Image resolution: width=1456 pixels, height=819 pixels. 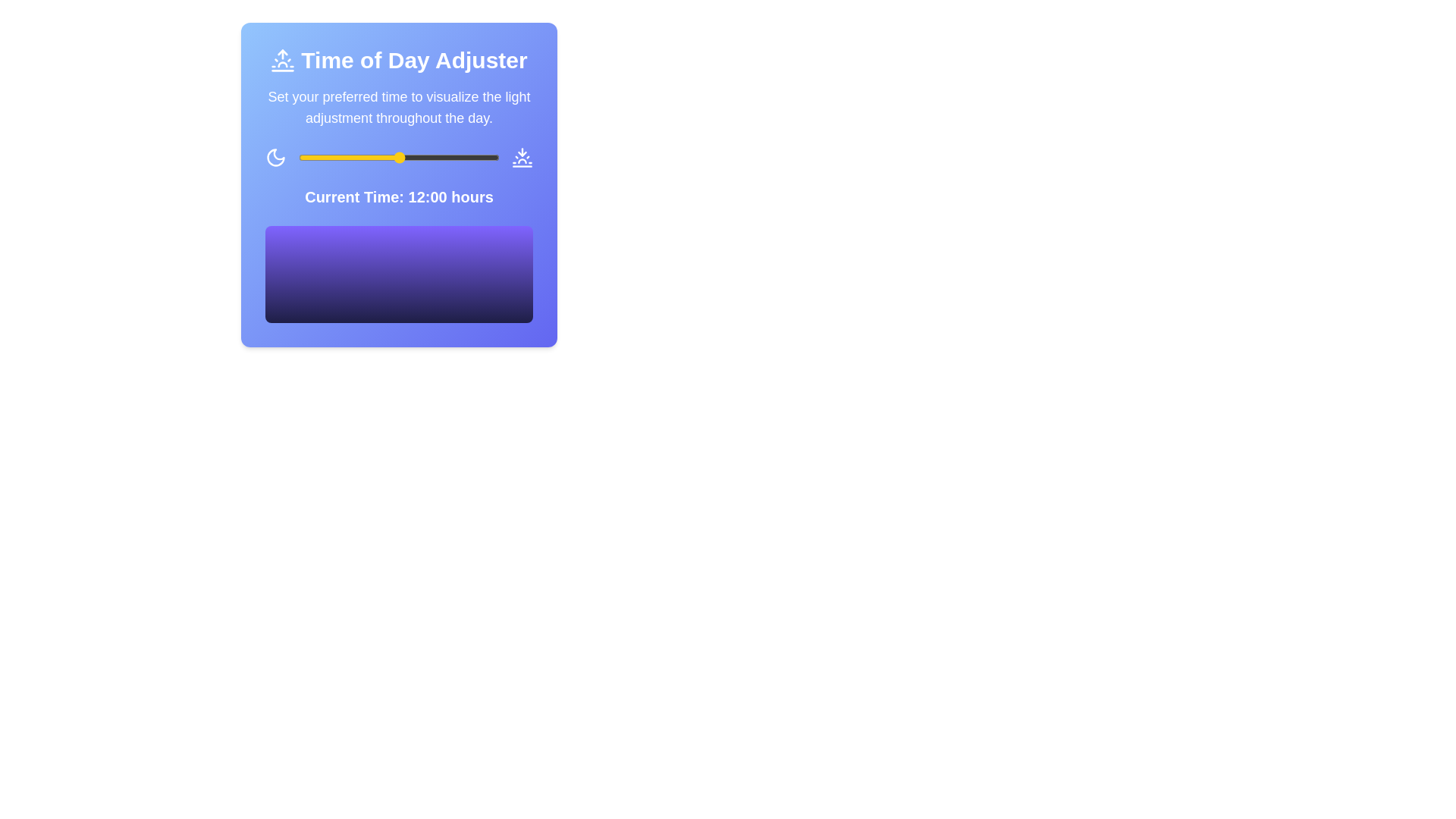 I want to click on the time slider to set the time to 17 hours, so click(x=440, y=158).